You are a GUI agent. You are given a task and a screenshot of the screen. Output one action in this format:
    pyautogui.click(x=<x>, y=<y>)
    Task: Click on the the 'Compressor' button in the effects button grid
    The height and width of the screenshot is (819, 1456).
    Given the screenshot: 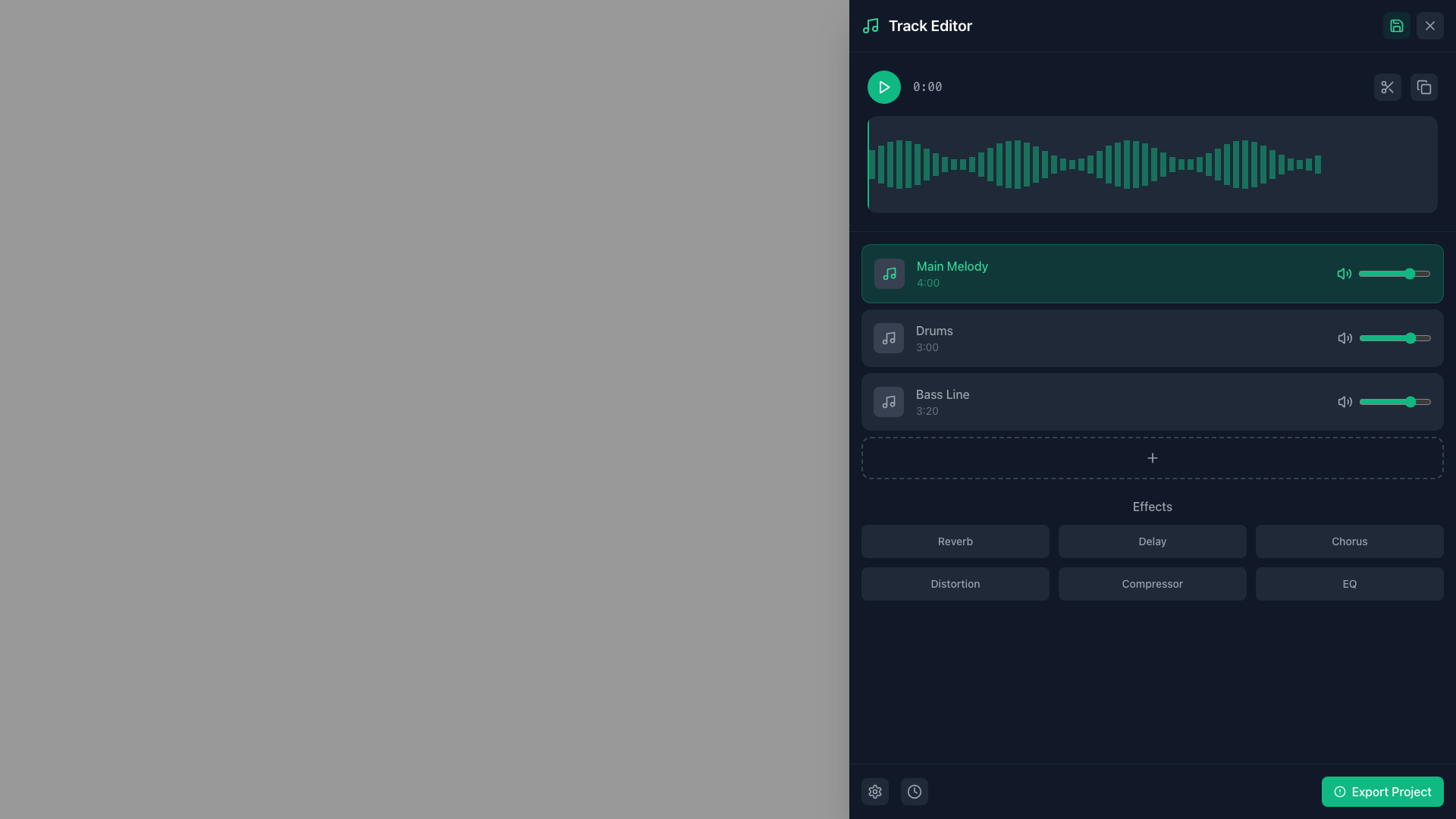 What is the action you would take?
    pyautogui.click(x=1153, y=562)
    